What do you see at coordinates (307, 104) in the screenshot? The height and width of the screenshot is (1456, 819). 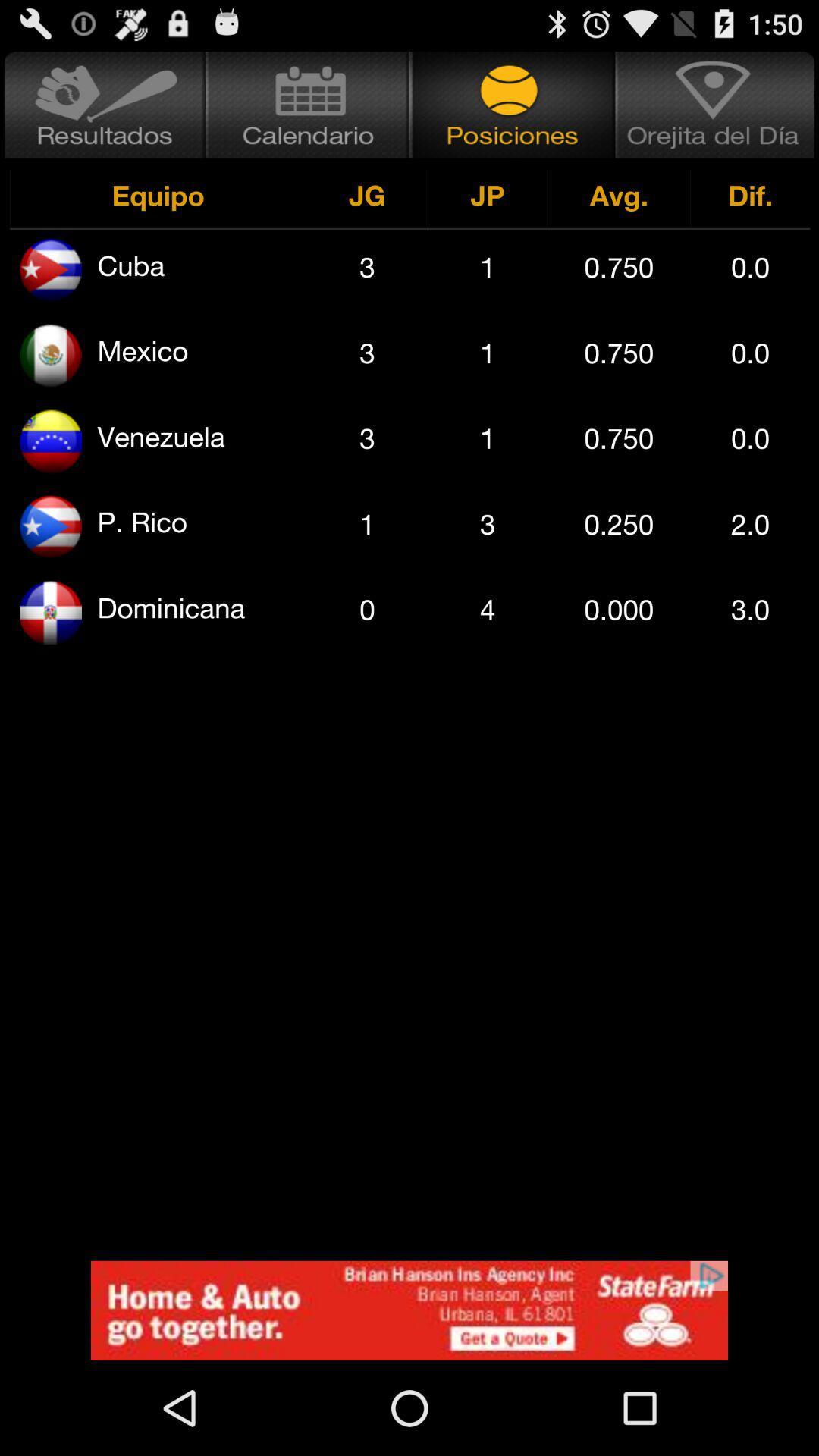 I see `calender of different games` at bounding box center [307, 104].